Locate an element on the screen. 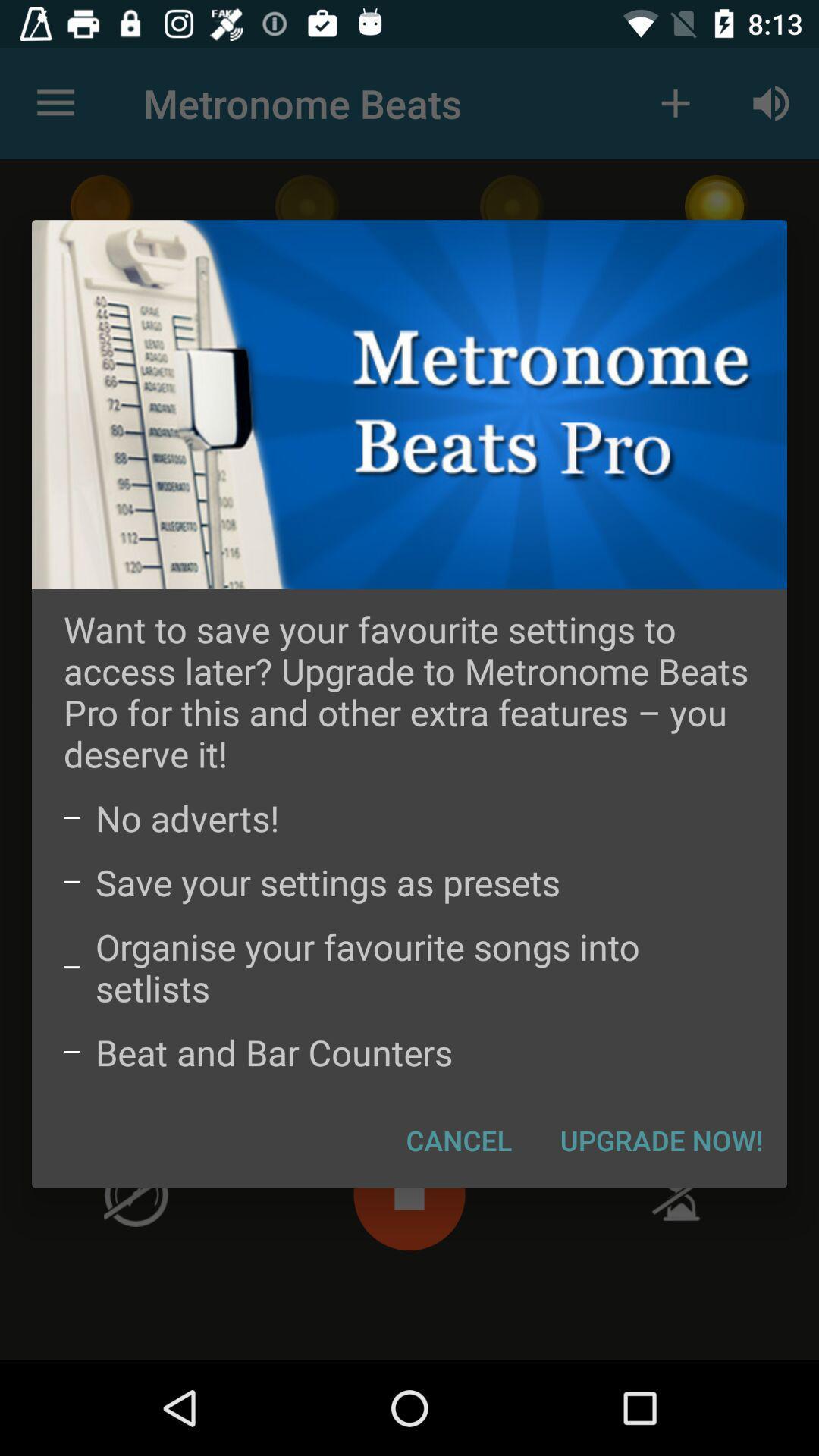  the item below the beat and bar icon is located at coordinates (458, 1140).